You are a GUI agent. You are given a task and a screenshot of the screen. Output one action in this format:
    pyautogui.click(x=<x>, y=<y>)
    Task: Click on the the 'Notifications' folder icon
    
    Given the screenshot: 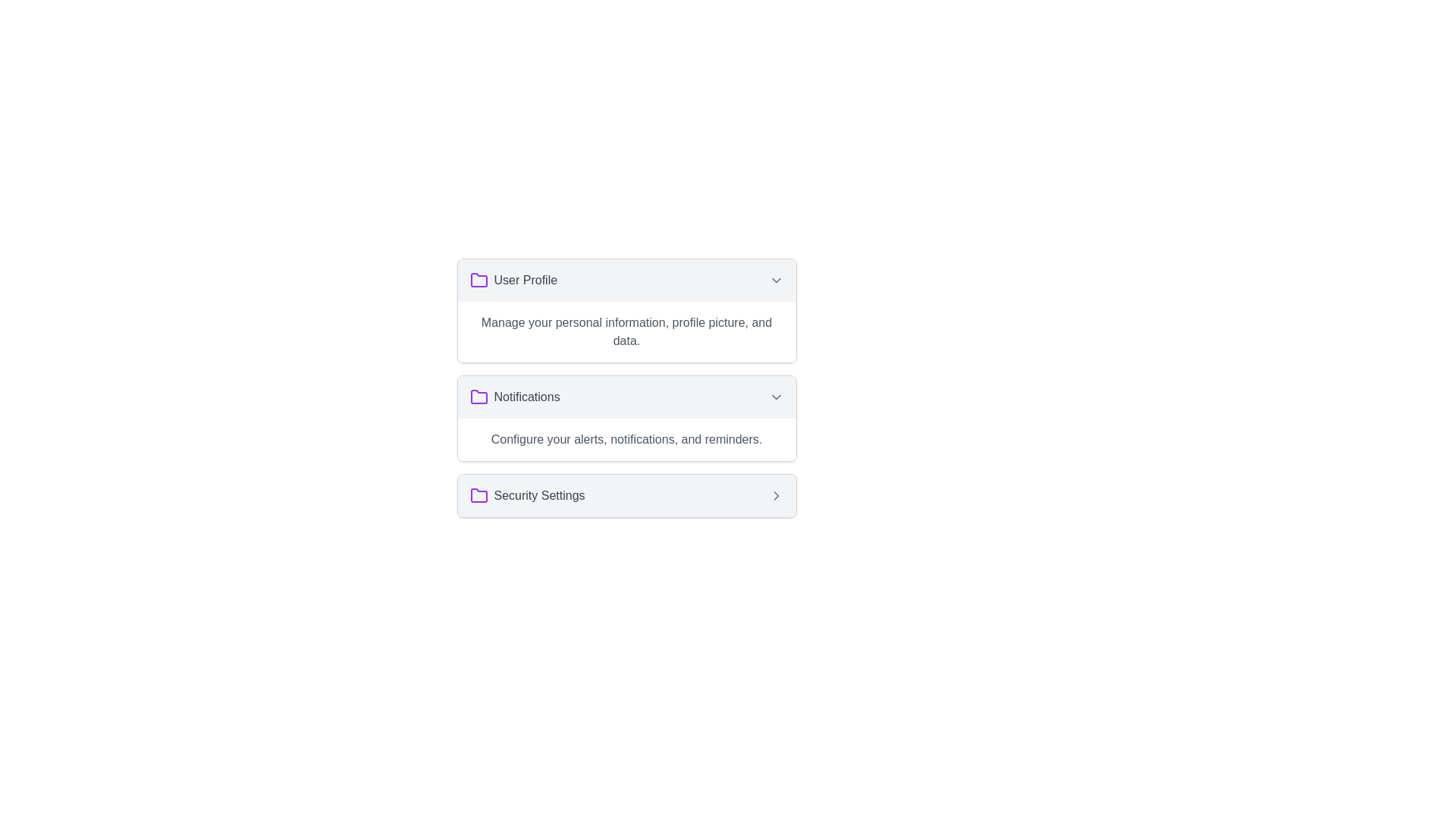 What is the action you would take?
    pyautogui.click(x=478, y=397)
    